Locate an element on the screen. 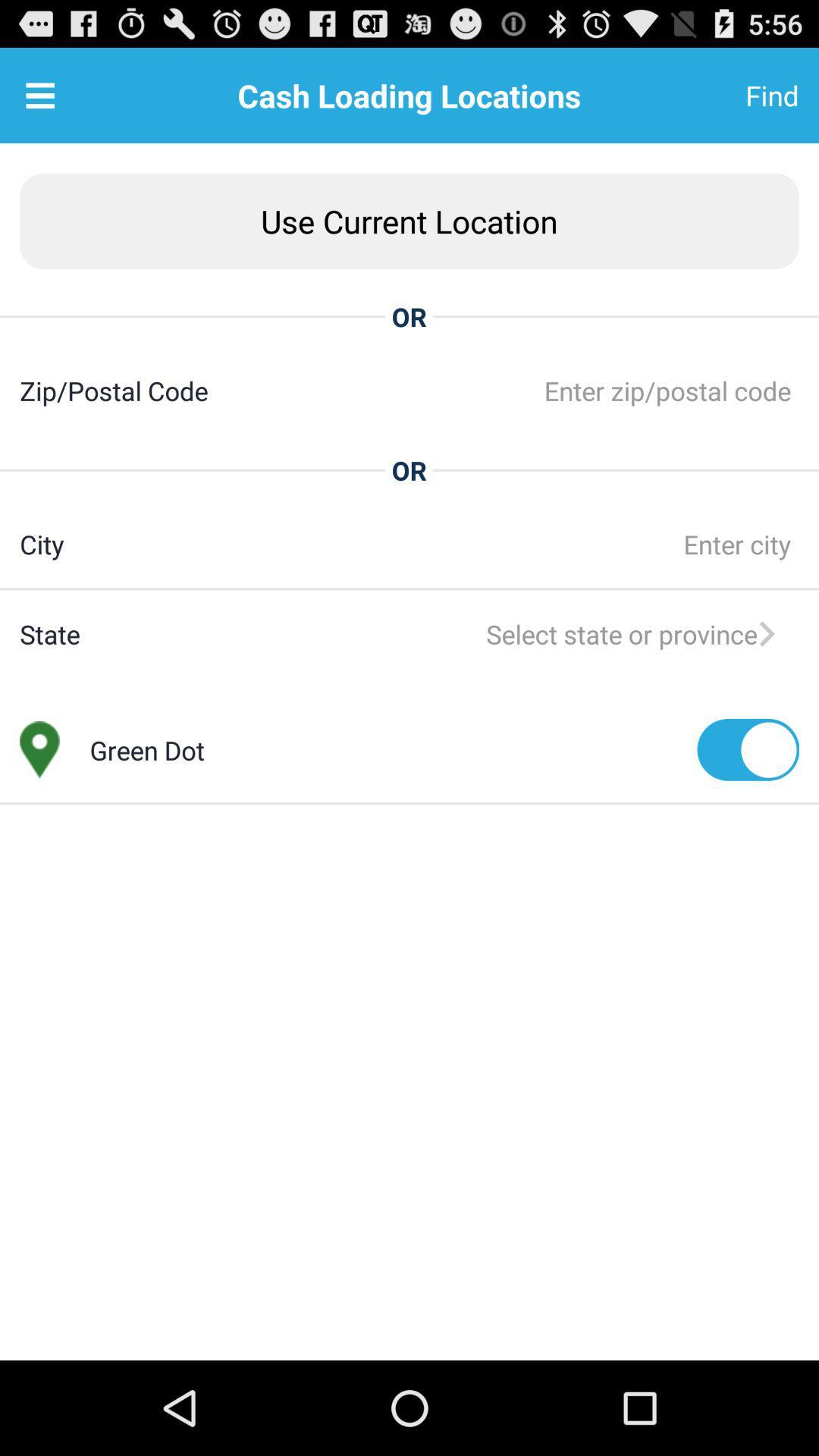  item above or is located at coordinates (409, 220).